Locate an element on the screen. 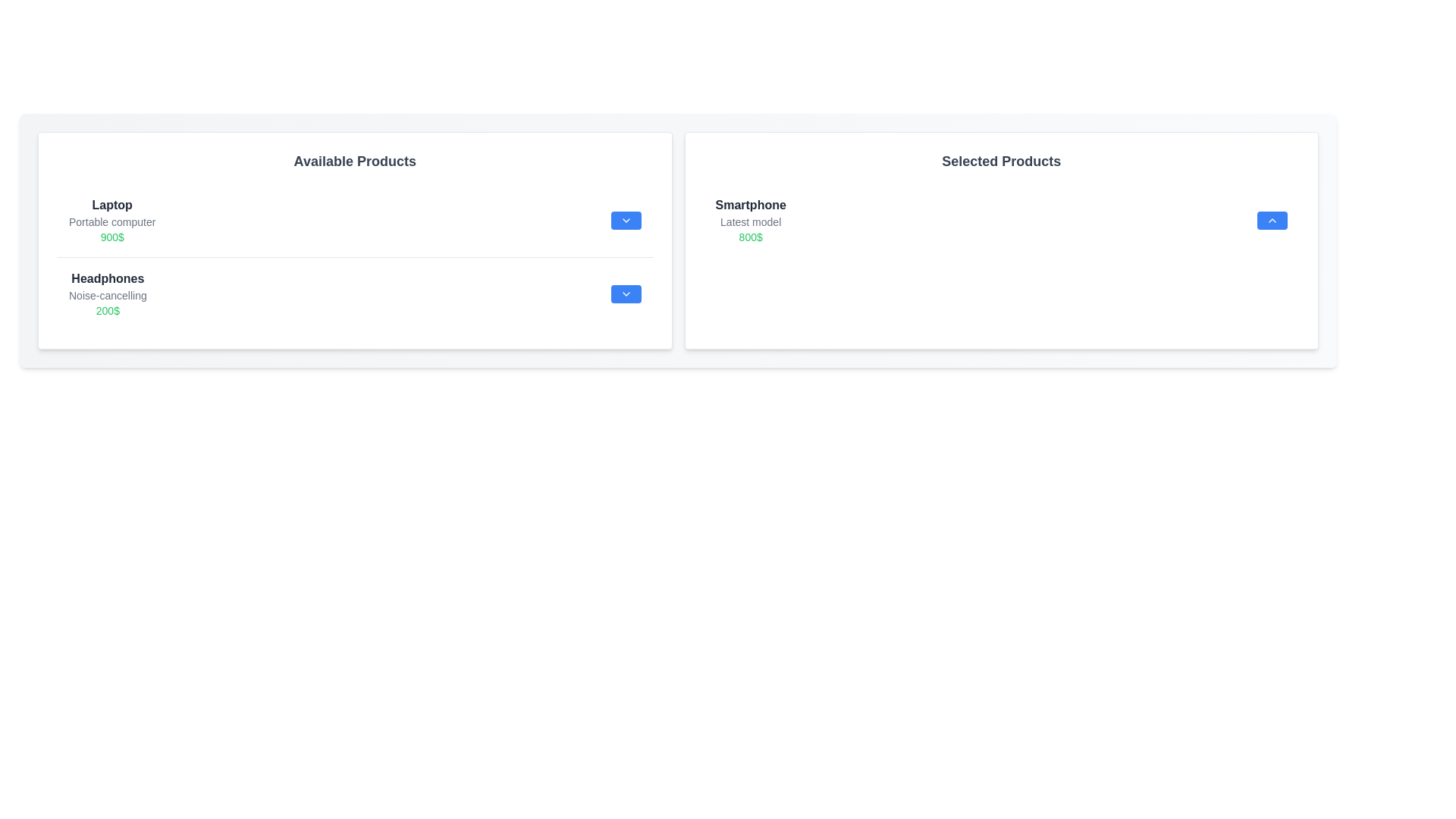 The height and width of the screenshot is (819, 1456). downward arrow button next to the item 'Laptop' in the 'Available Products' list to transfer it to the 'Selected Products' list is located at coordinates (626, 220).